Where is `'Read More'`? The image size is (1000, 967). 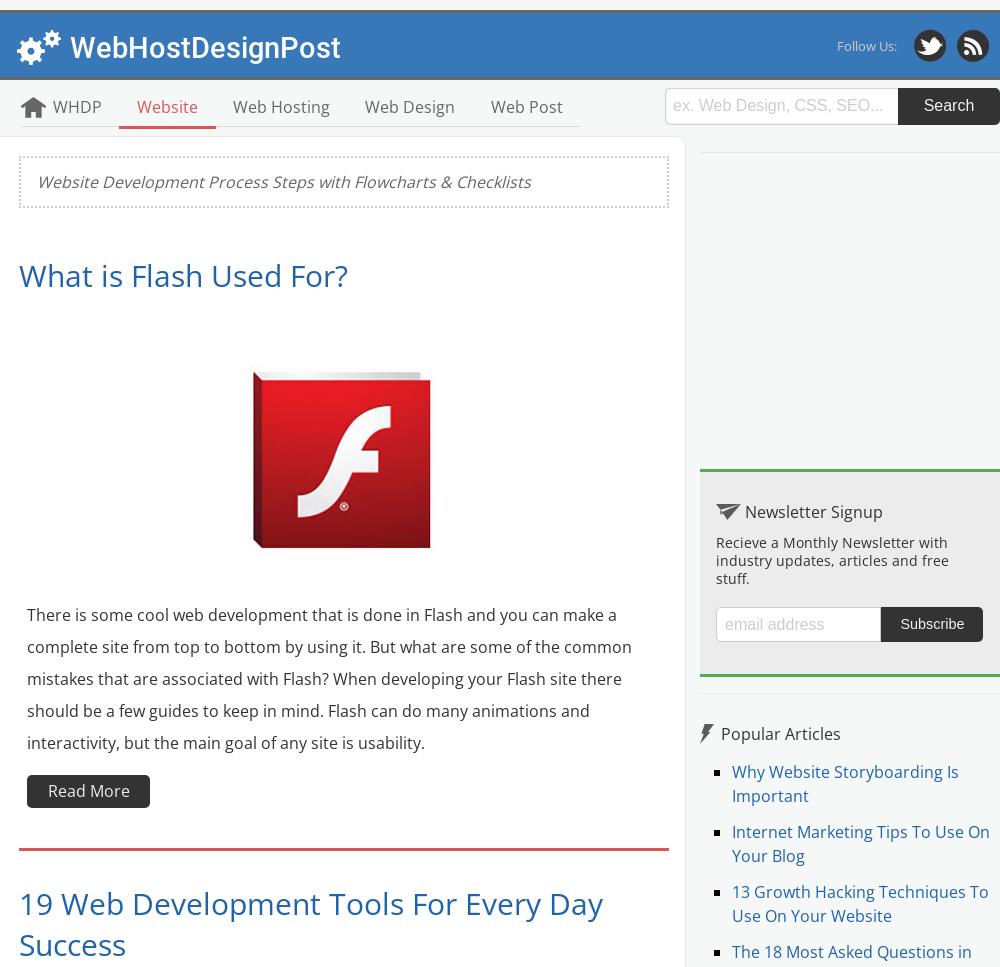 'Read More' is located at coordinates (87, 789).